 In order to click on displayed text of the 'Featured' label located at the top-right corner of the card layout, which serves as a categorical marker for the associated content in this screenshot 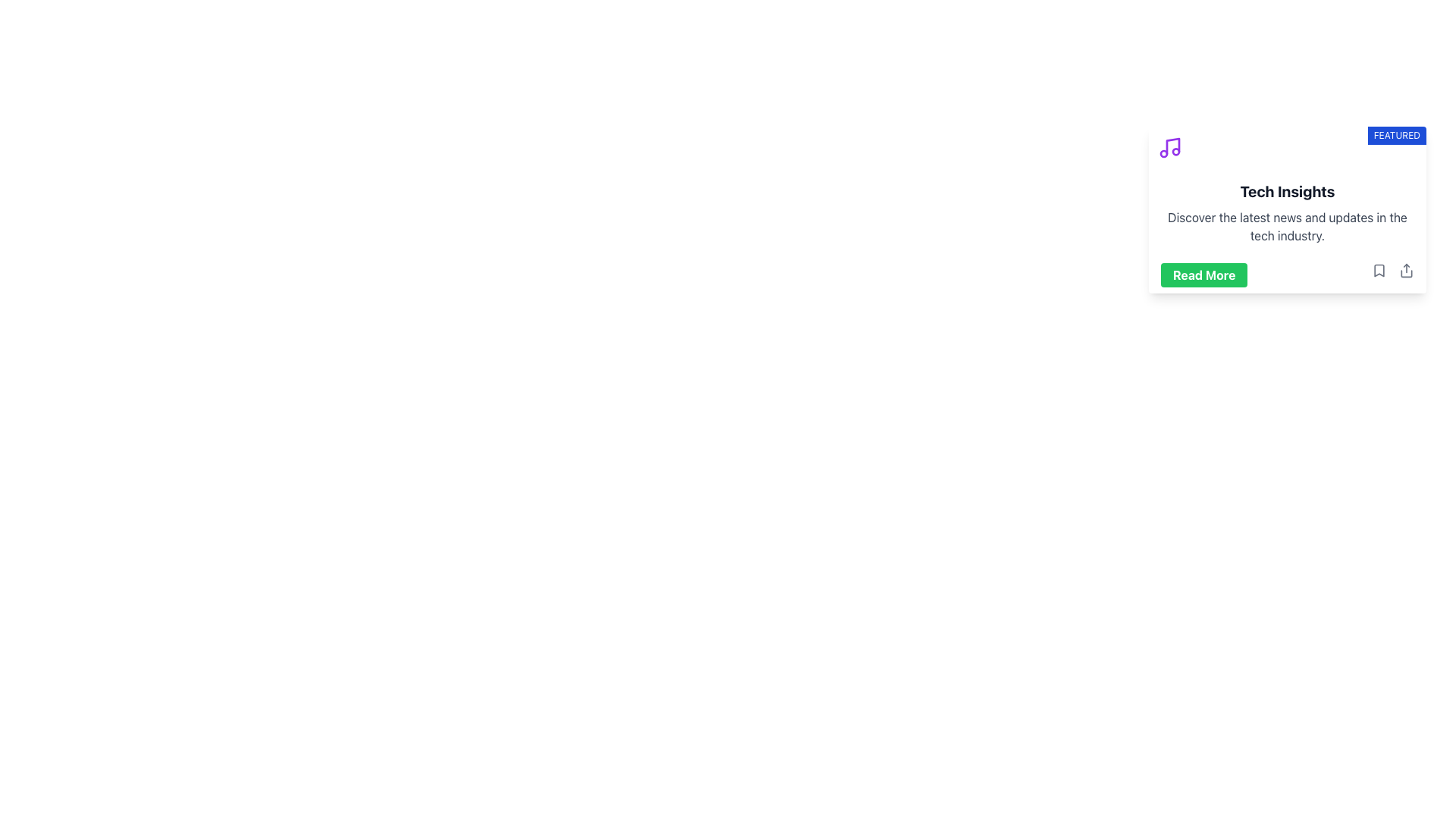, I will do `click(1396, 134)`.